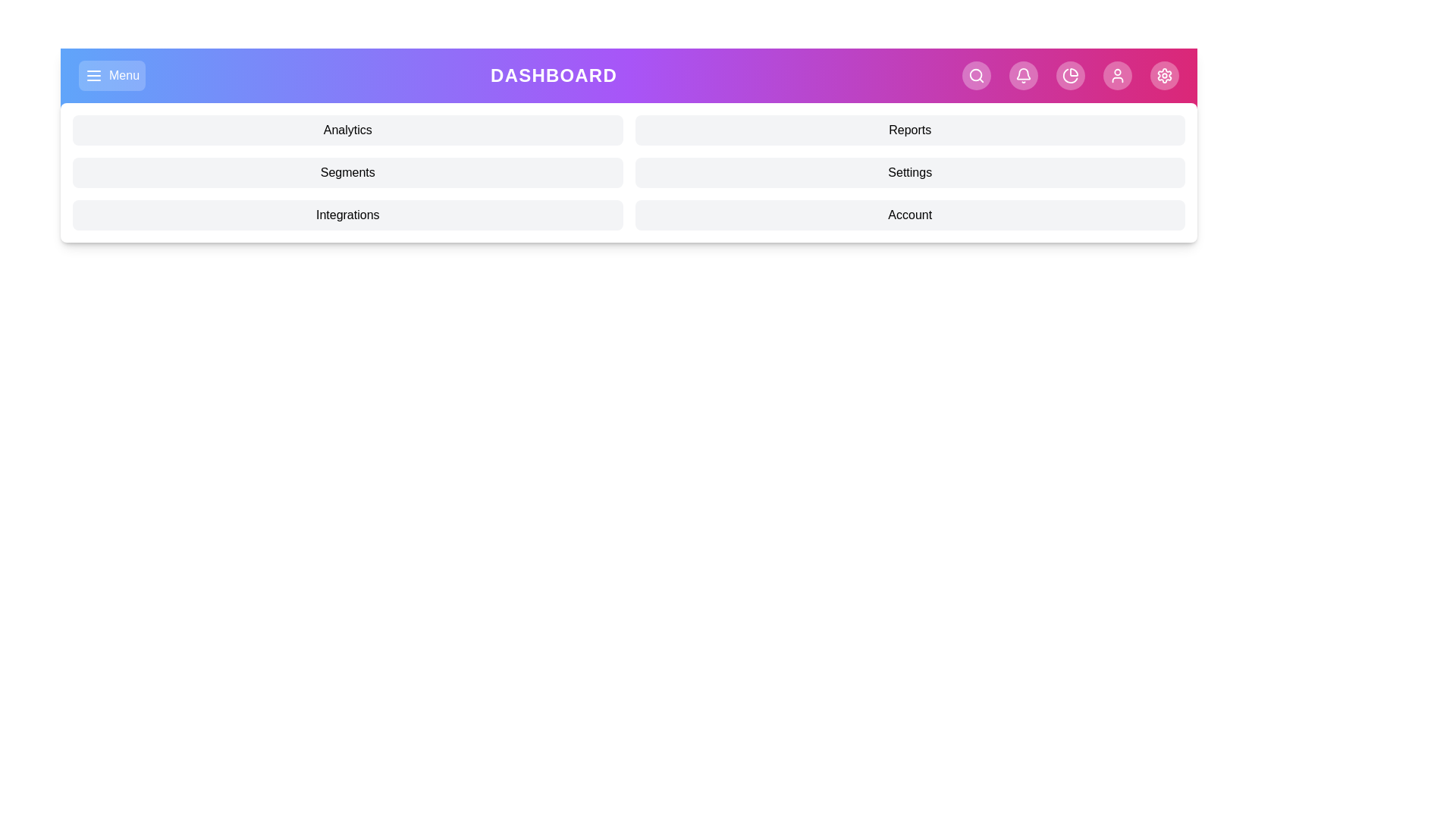 This screenshot has height=819, width=1456. What do you see at coordinates (910, 171) in the screenshot?
I see `the menu option Settings` at bounding box center [910, 171].